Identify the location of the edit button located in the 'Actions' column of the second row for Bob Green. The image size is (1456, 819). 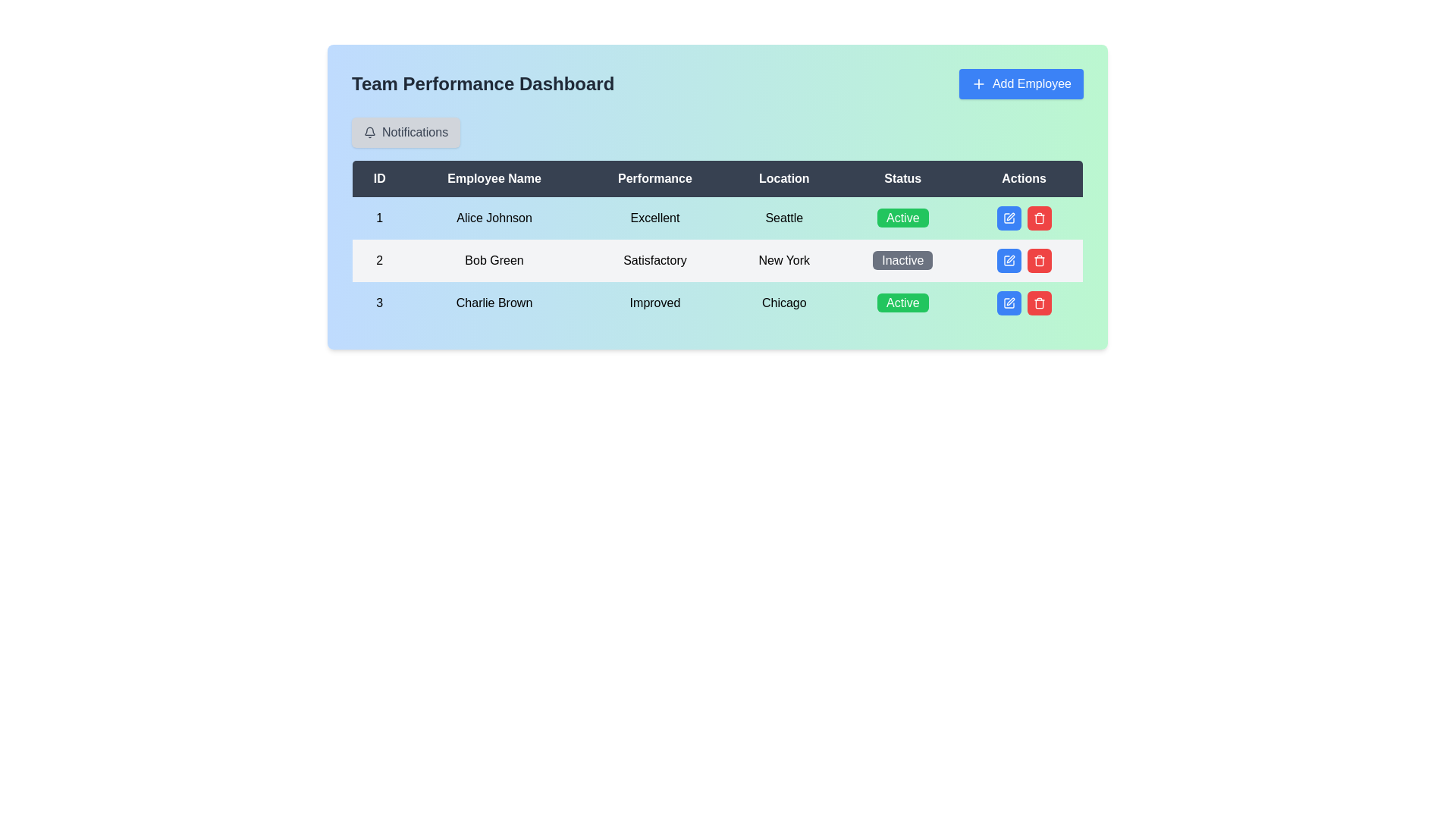
(1008, 259).